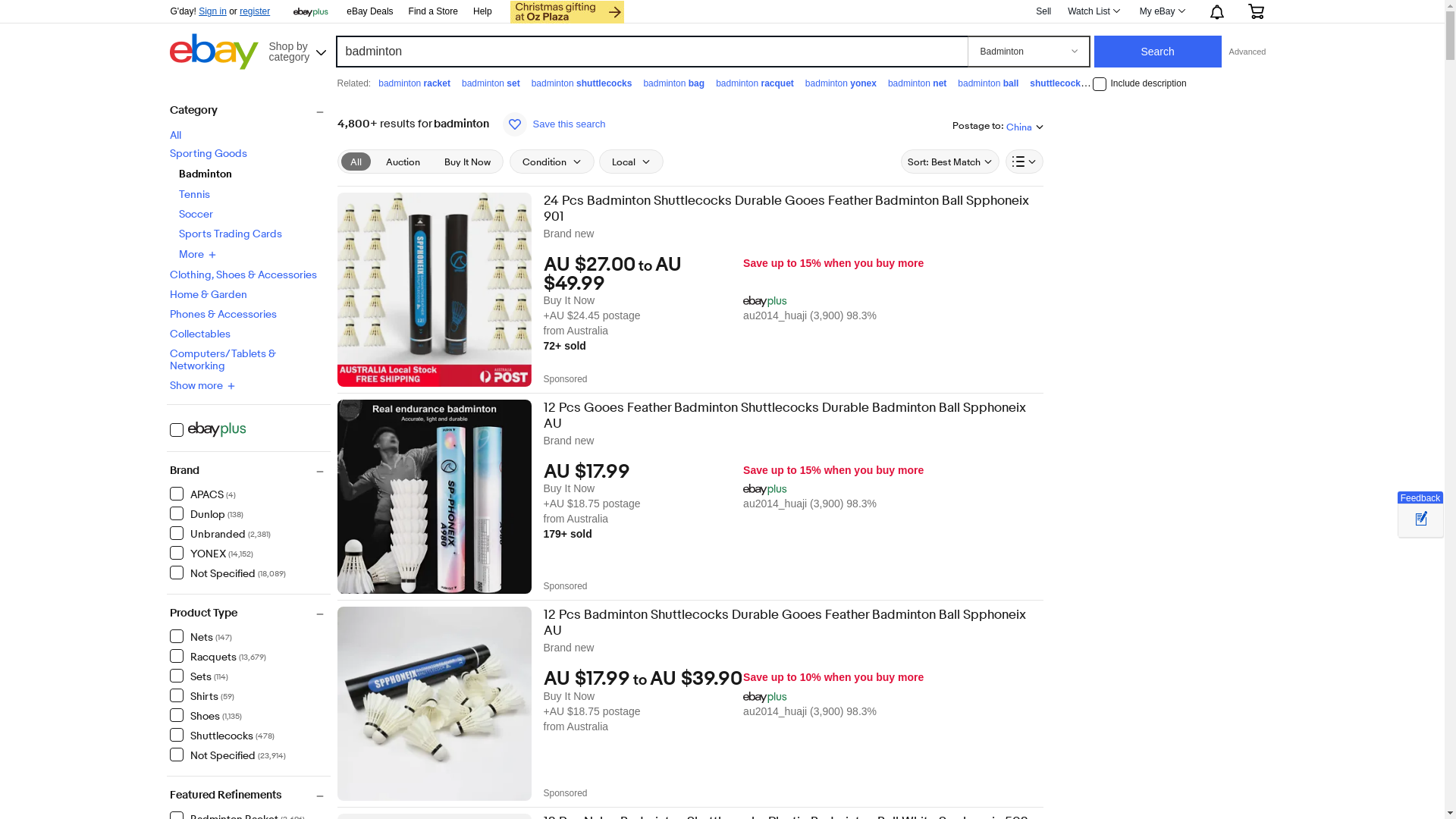  What do you see at coordinates (1093, 11) in the screenshot?
I see `'Watch List'` at bounding box center [1093, 11].